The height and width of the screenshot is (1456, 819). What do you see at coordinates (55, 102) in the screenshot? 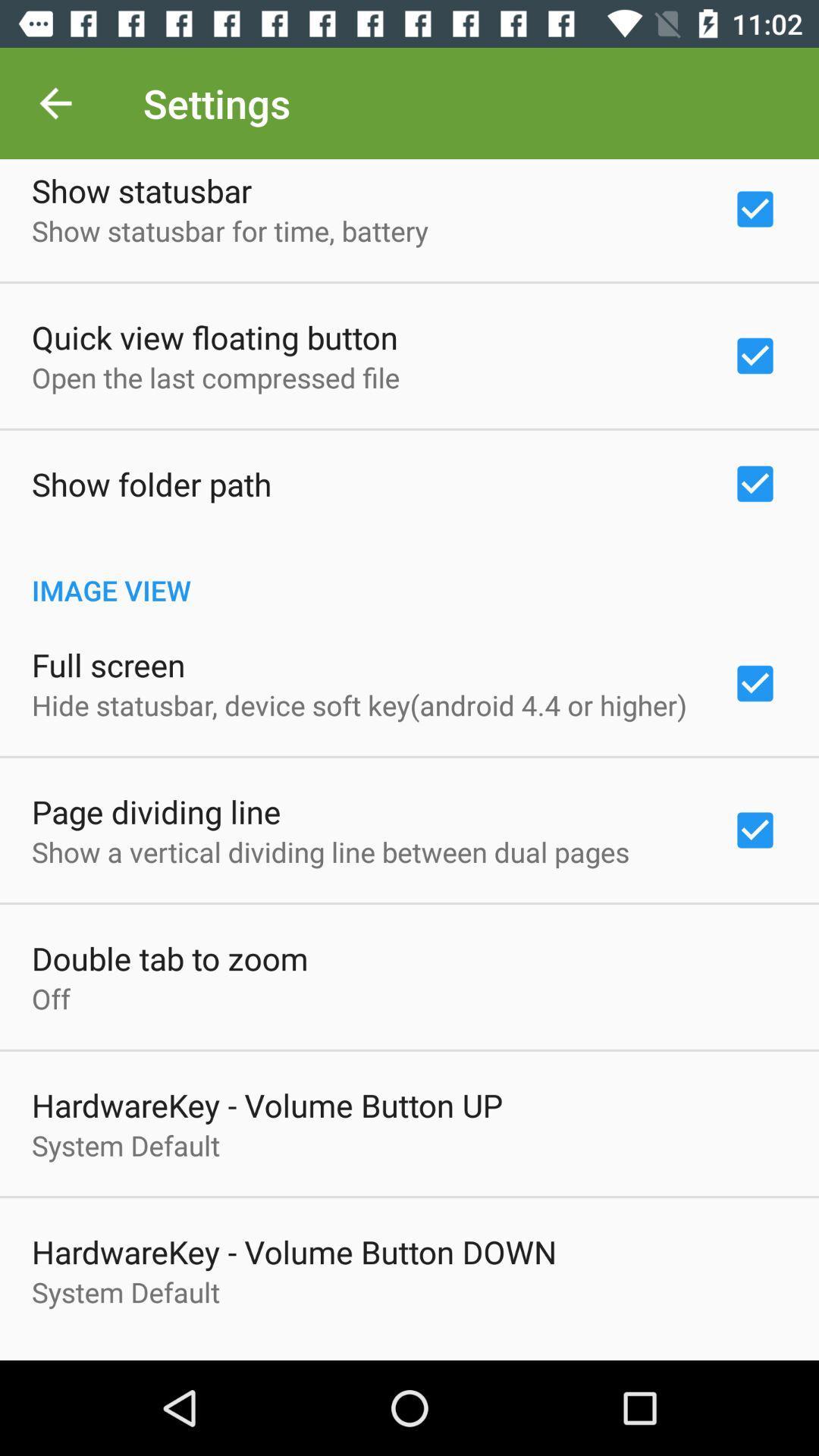
I see `go back` at bounding box center [55, 102].